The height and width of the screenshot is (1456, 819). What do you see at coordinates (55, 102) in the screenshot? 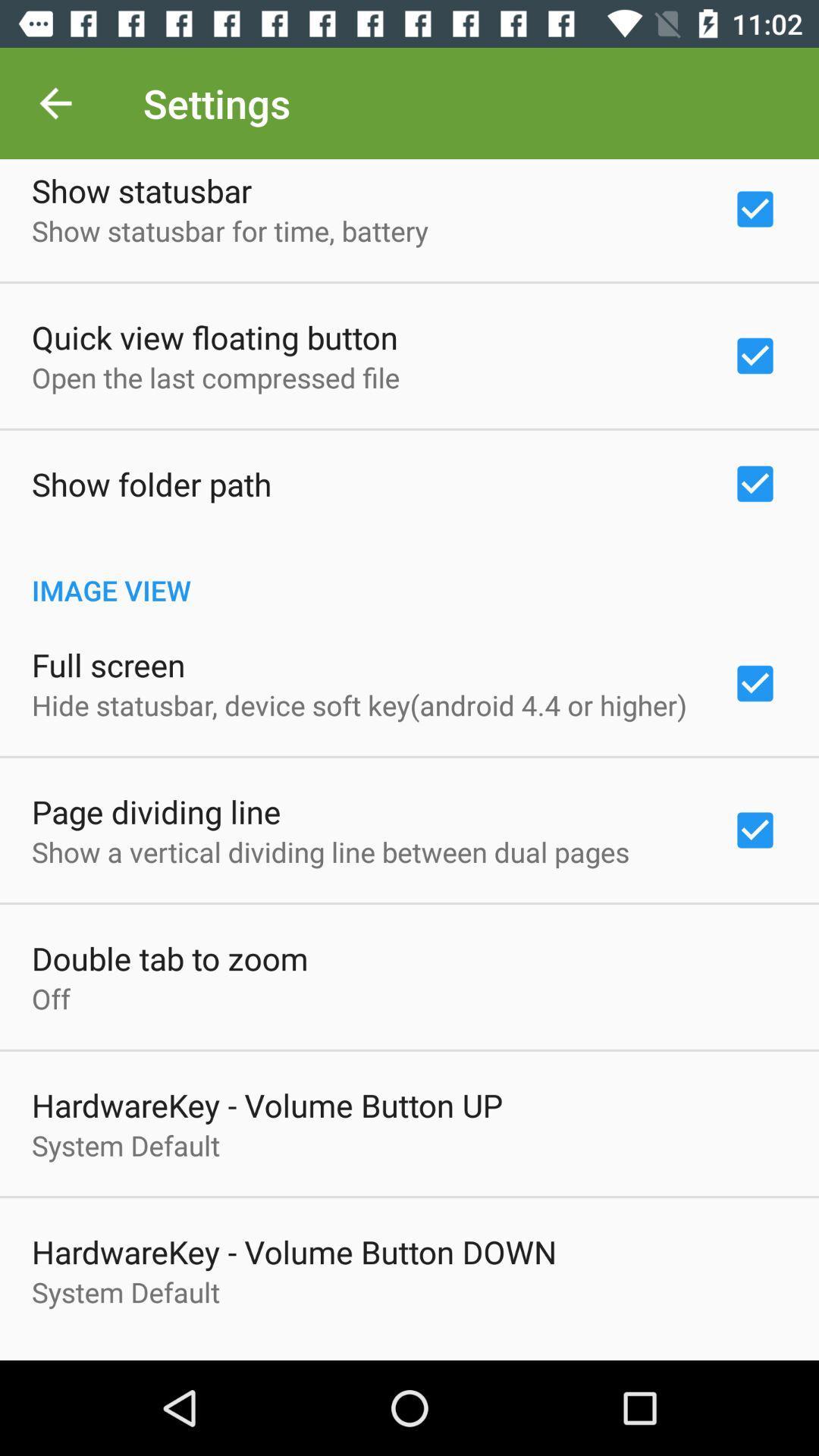
I see `go back` at bounding box center [55, 102].